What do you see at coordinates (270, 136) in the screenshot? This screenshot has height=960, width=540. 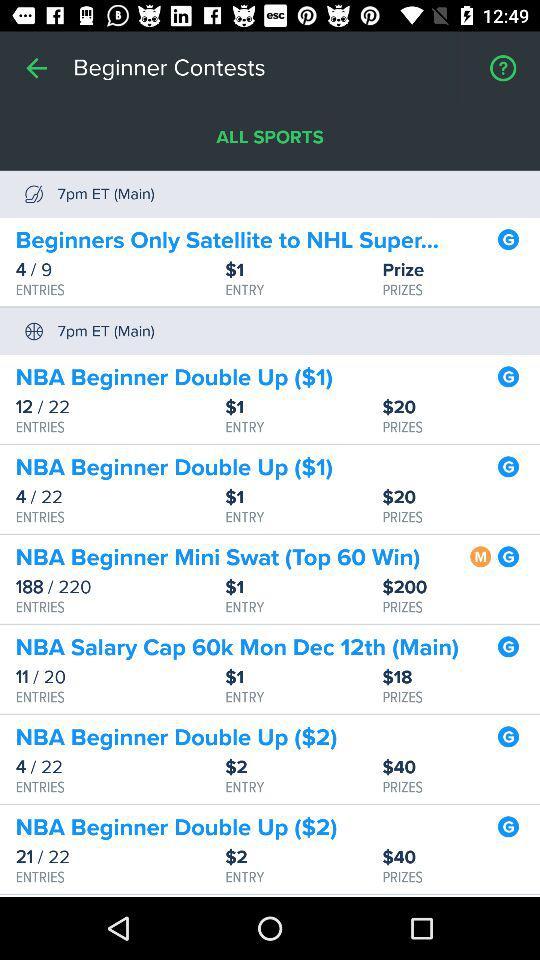 I see `all sports icon` at bounding box center [270, 136].